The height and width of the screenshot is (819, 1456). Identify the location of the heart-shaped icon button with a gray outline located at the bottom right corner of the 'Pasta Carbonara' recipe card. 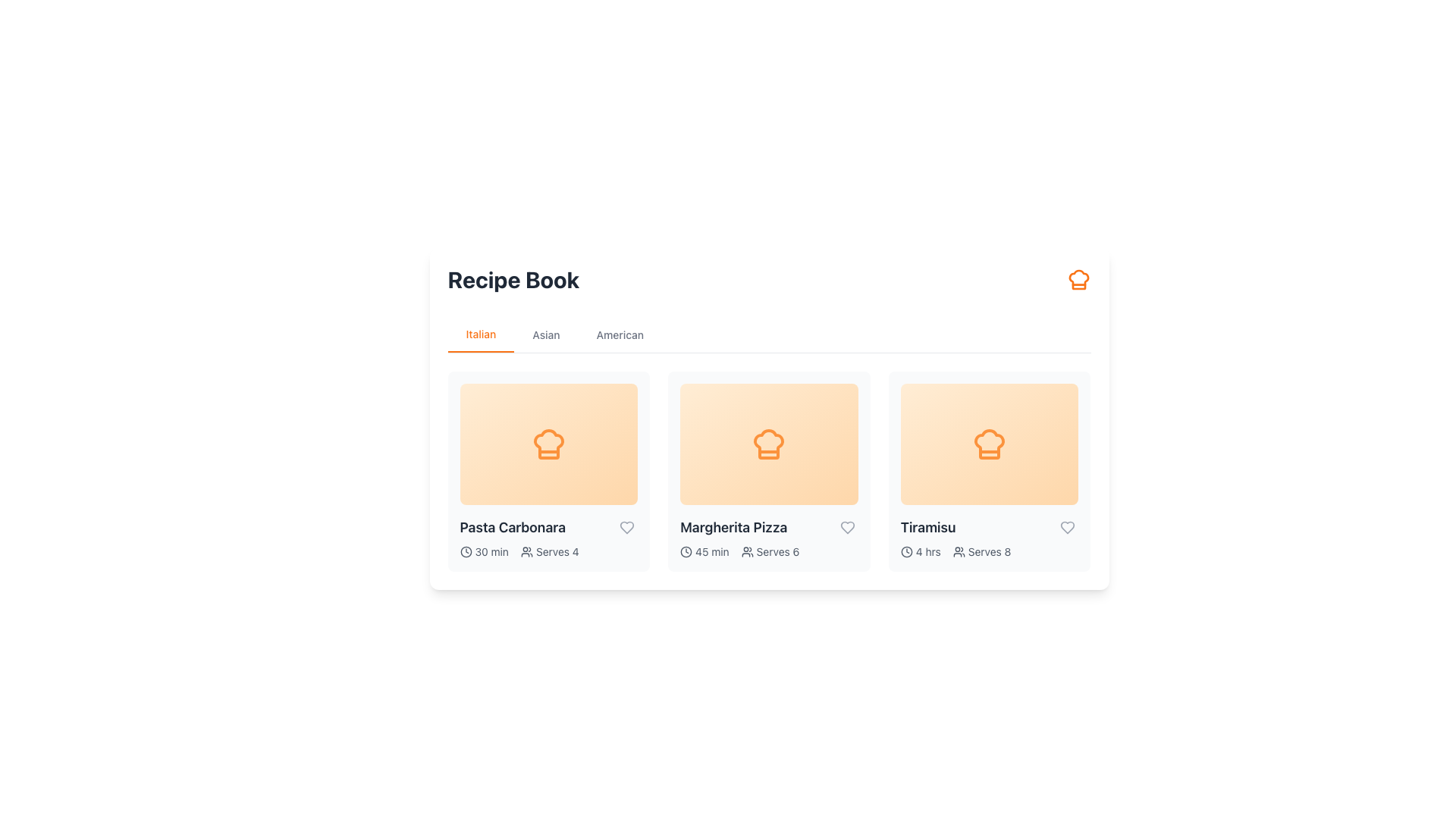
(627, 526).